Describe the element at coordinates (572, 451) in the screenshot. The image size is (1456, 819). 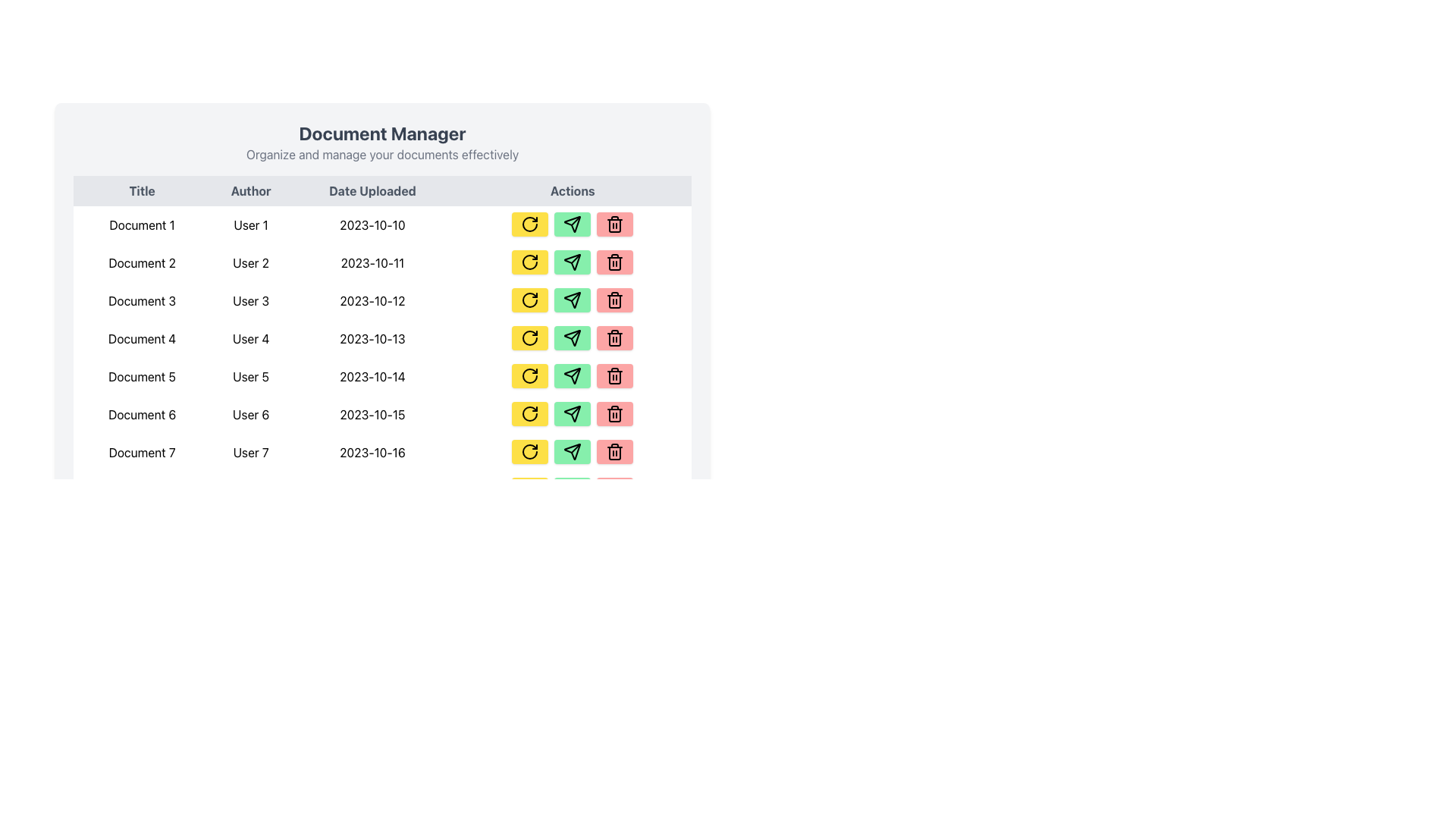
I see `the paper plane icon in the 'Actions' column of the last row in the Document Manager table to initiate the send action` at that location.